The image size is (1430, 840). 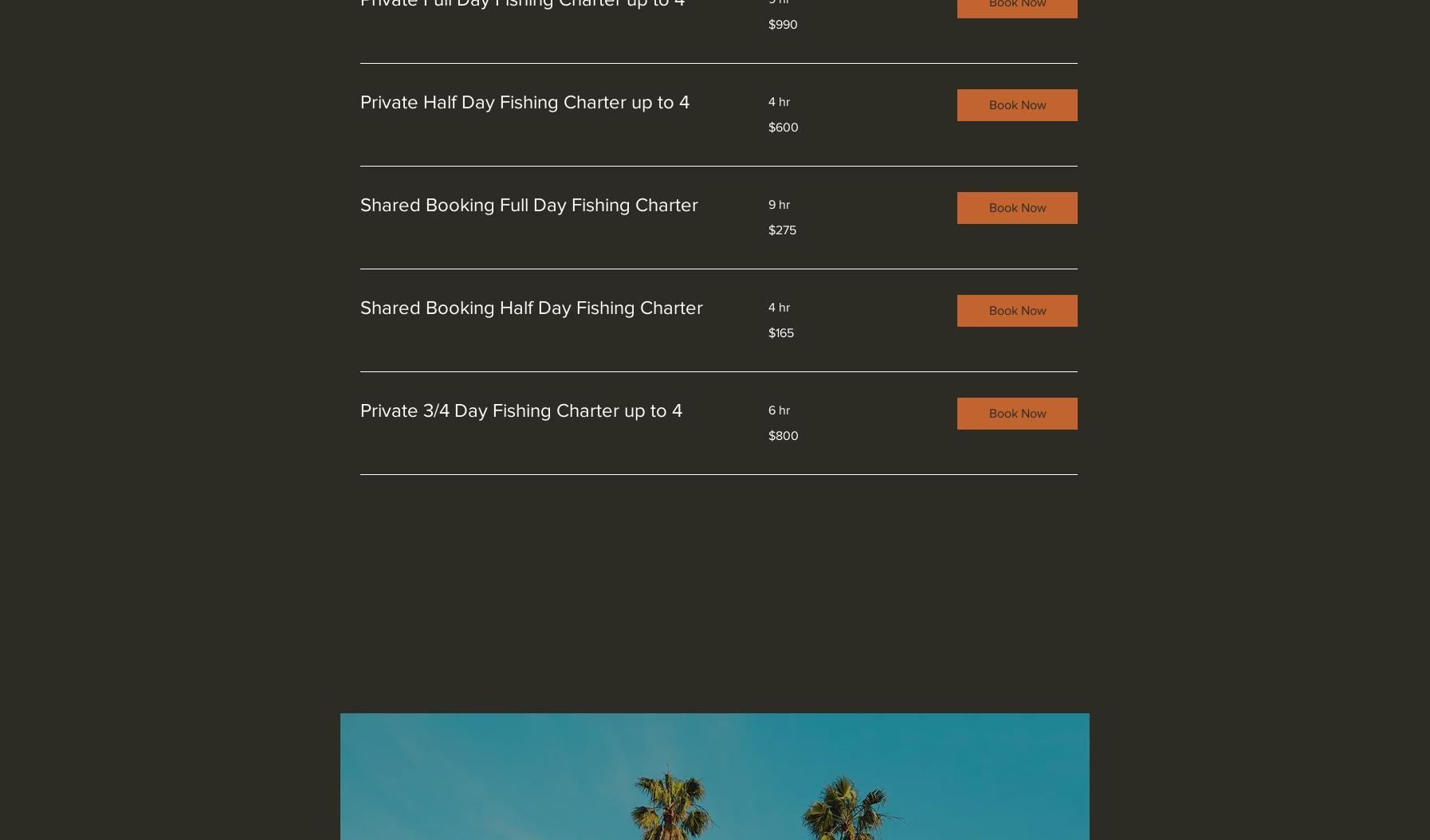 I want to click on 'Private Half Day Fishing Charter up to 4', so click(x=524, y=101).